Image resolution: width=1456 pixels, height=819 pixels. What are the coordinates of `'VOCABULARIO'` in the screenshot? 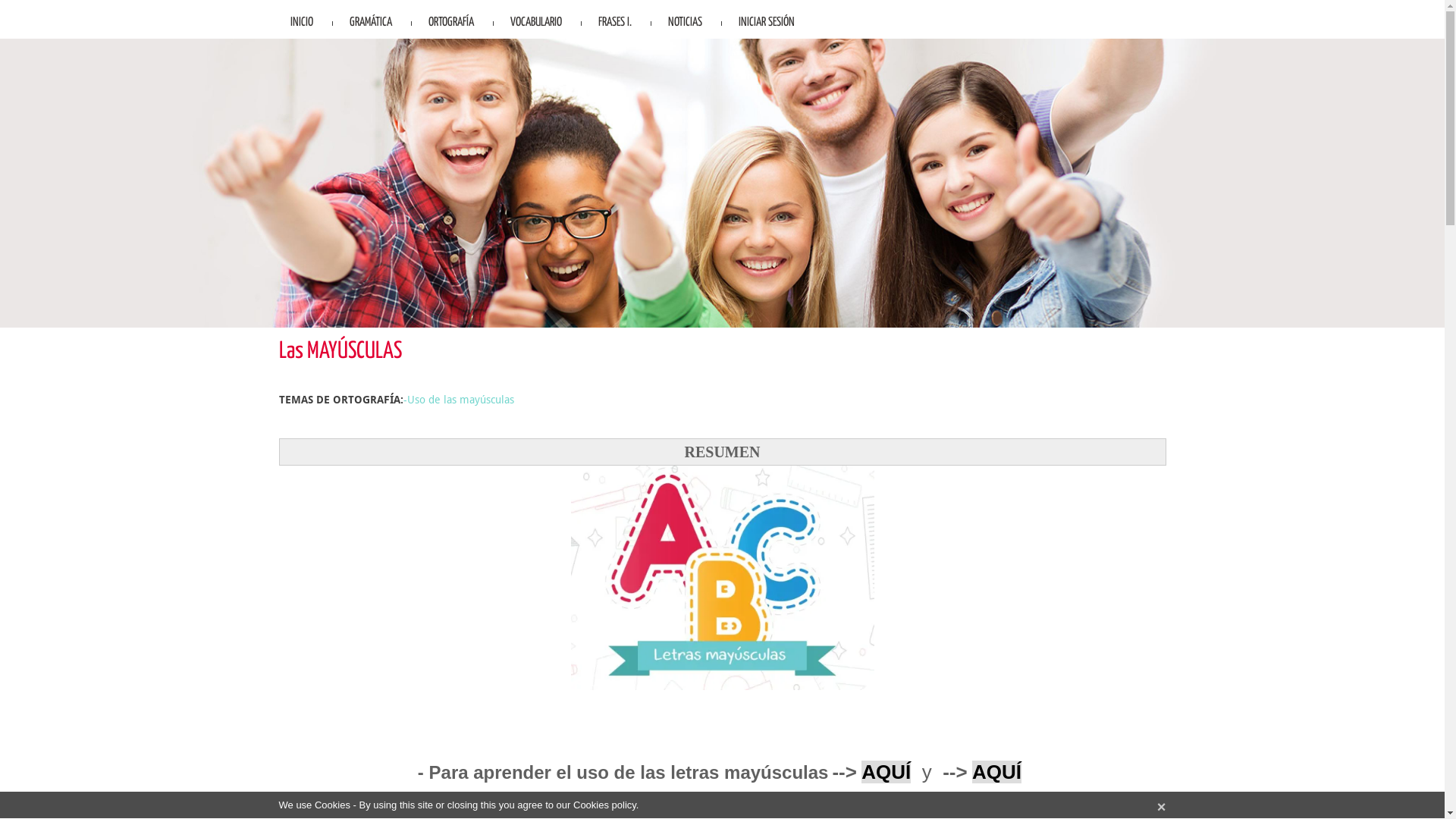 It's located at (535, 19).